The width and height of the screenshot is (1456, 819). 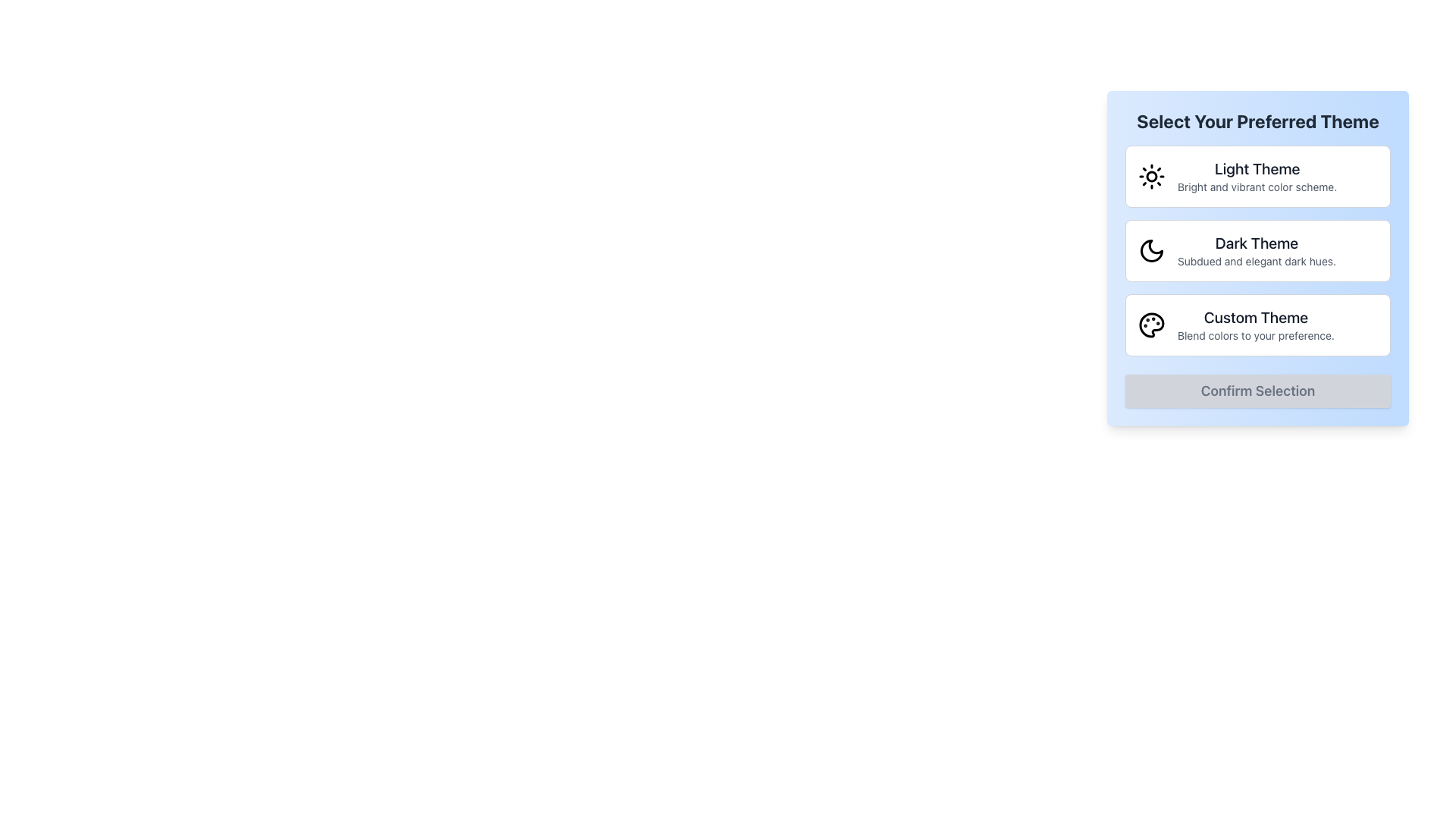 What do you see at coordinates (1256, 317) in the screenshot?
I see `the text label that describes the third theme option titled 'Blend colors to your preference.' in the theme selection interface` at bounding box center [1256, 317].